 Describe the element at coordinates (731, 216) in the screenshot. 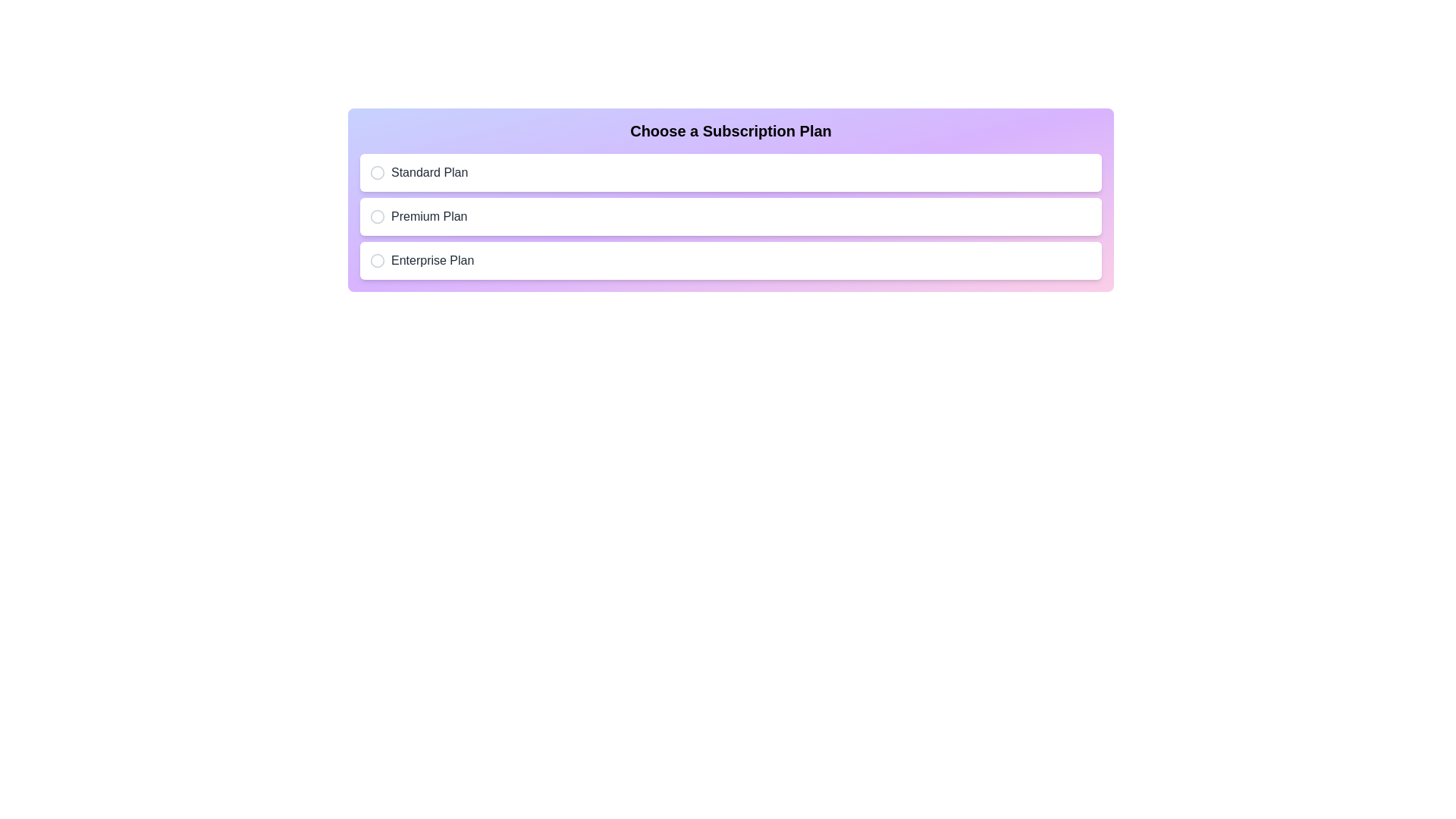

I see `the 'Premium Plan' button` at that location.